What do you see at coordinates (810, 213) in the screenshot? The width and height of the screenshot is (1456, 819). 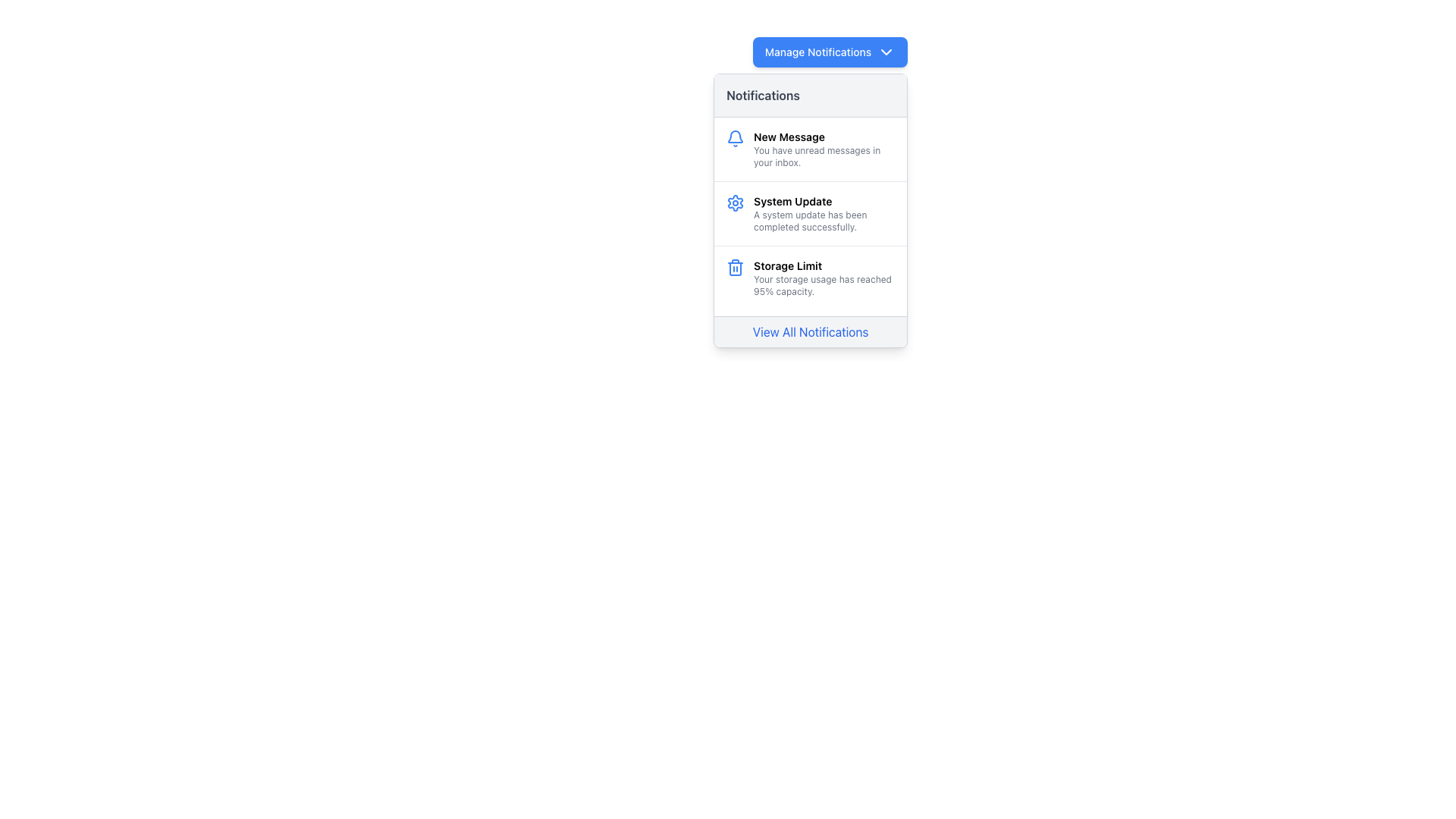 I see `individual items within the notifications list component located in the center of the notification dropdown, below the 'Notifications' title` at bounding box center [810, 213].